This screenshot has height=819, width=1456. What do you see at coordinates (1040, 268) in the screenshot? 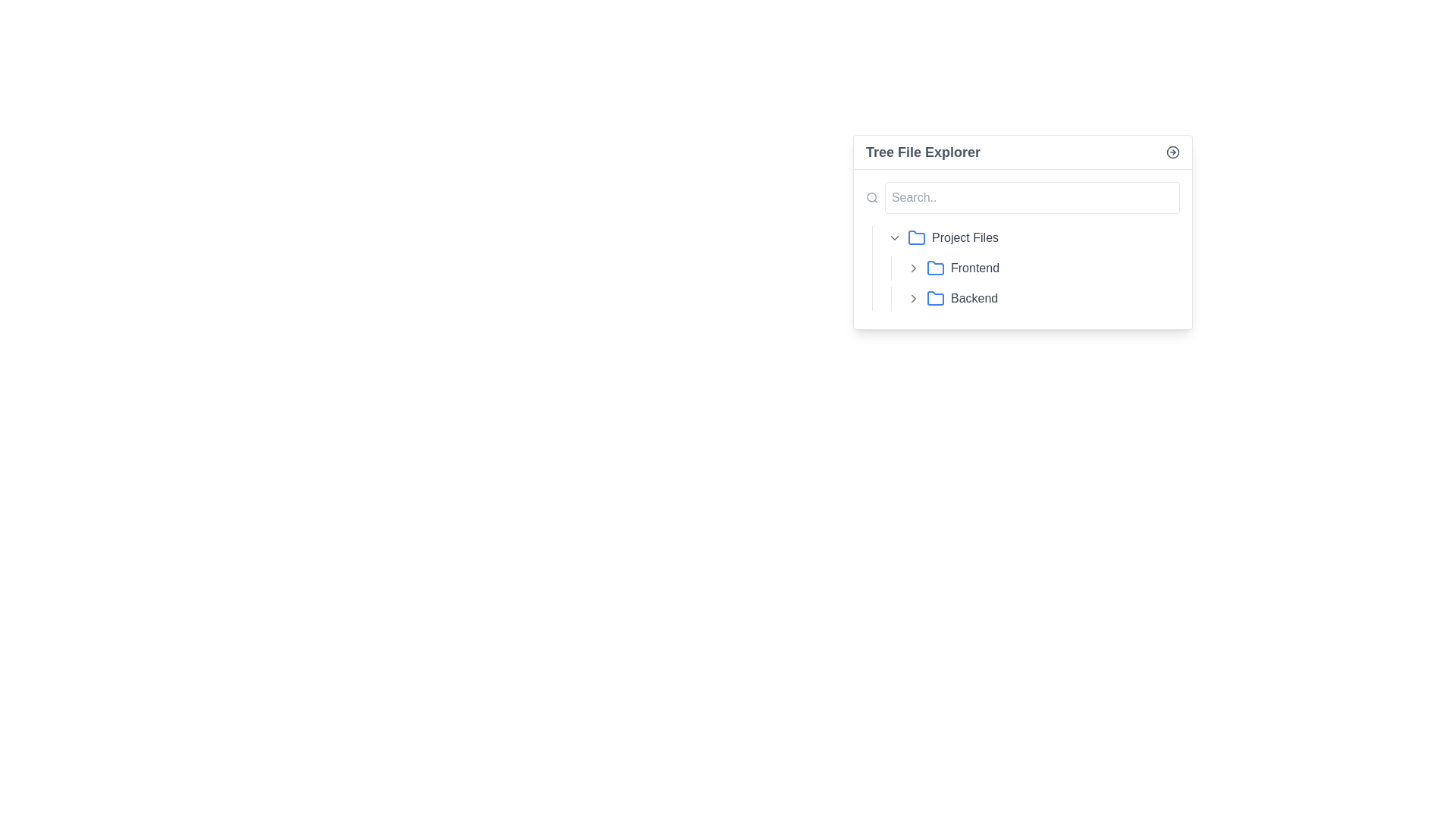
I see `the 'Frontend' folder in the Tree File Explorer` at bounding box center [1040, 268].